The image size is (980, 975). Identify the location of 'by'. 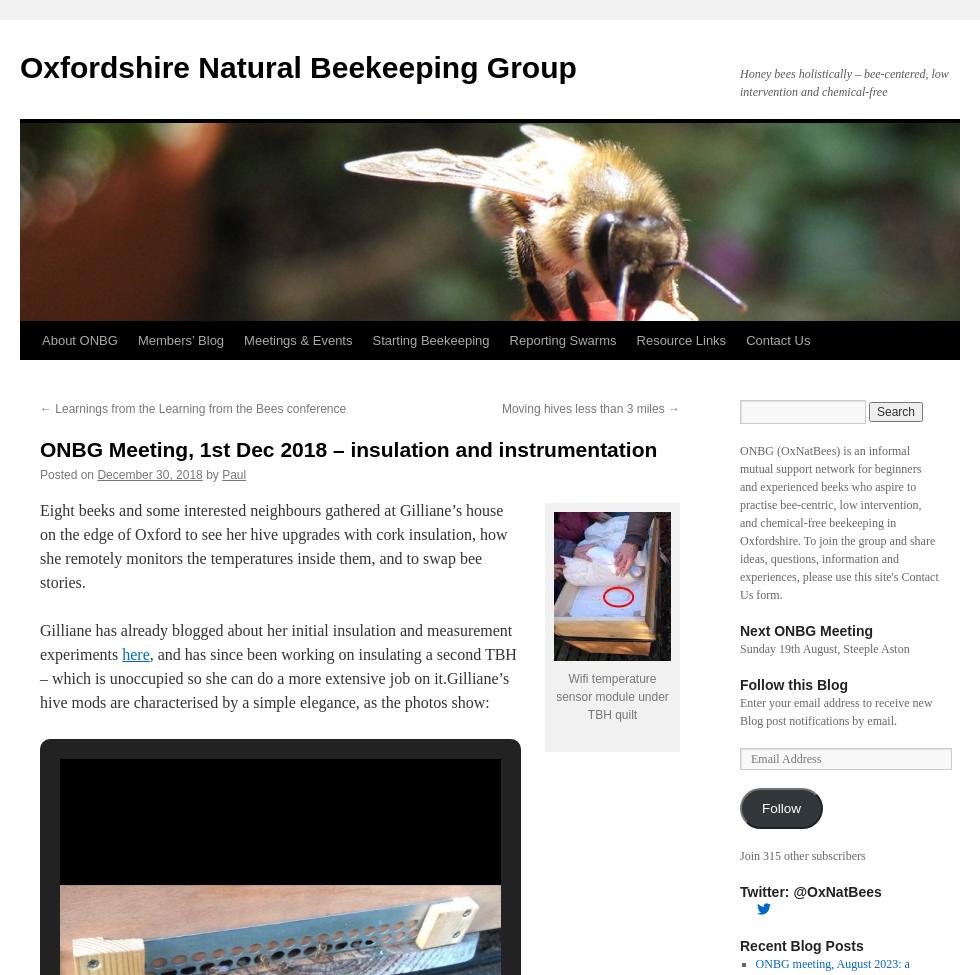
(205, 475).